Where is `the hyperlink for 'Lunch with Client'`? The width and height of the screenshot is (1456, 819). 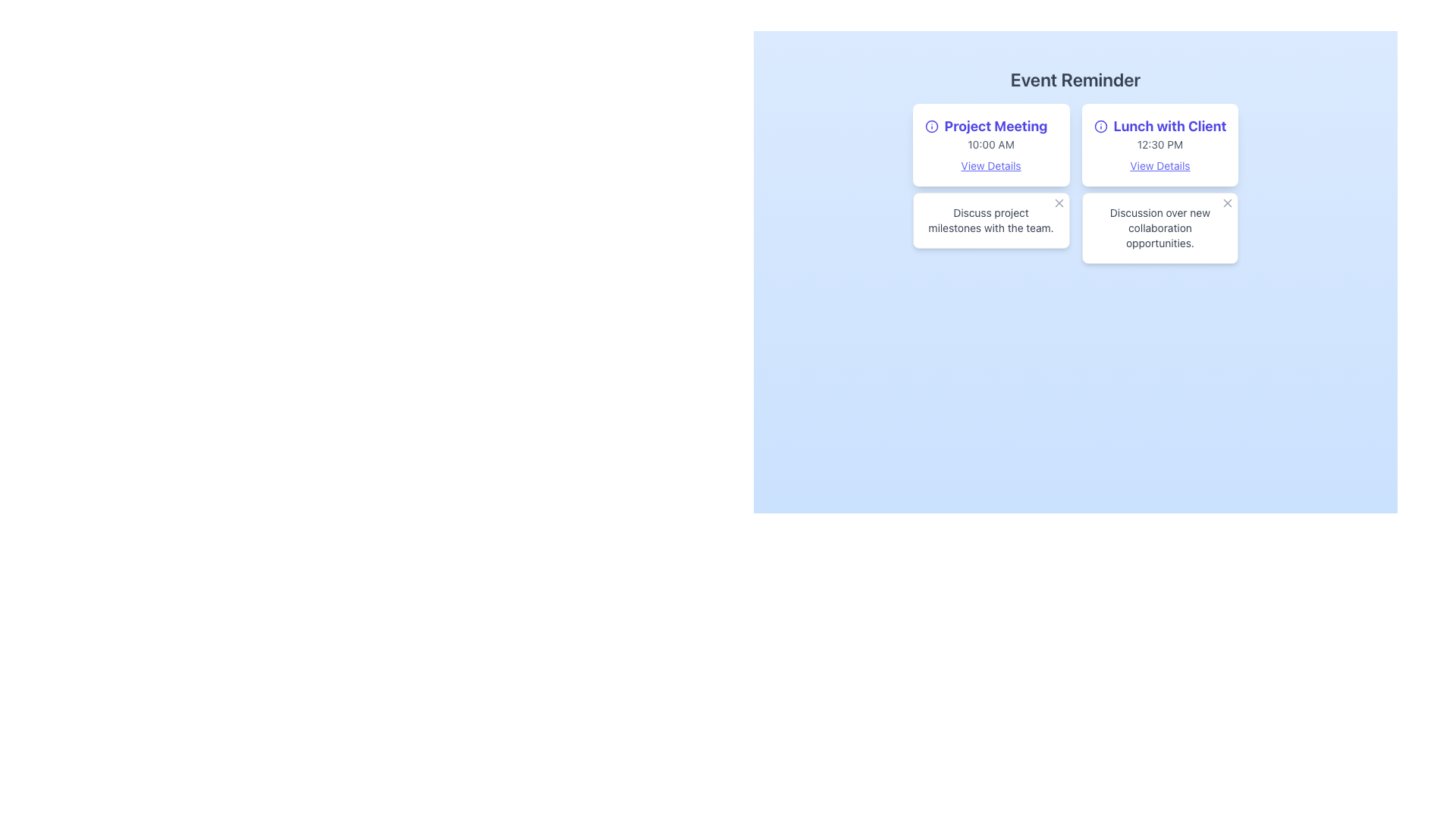
the hyperlink for 'Lunch with Client' is located at coordinates (1159, 166).